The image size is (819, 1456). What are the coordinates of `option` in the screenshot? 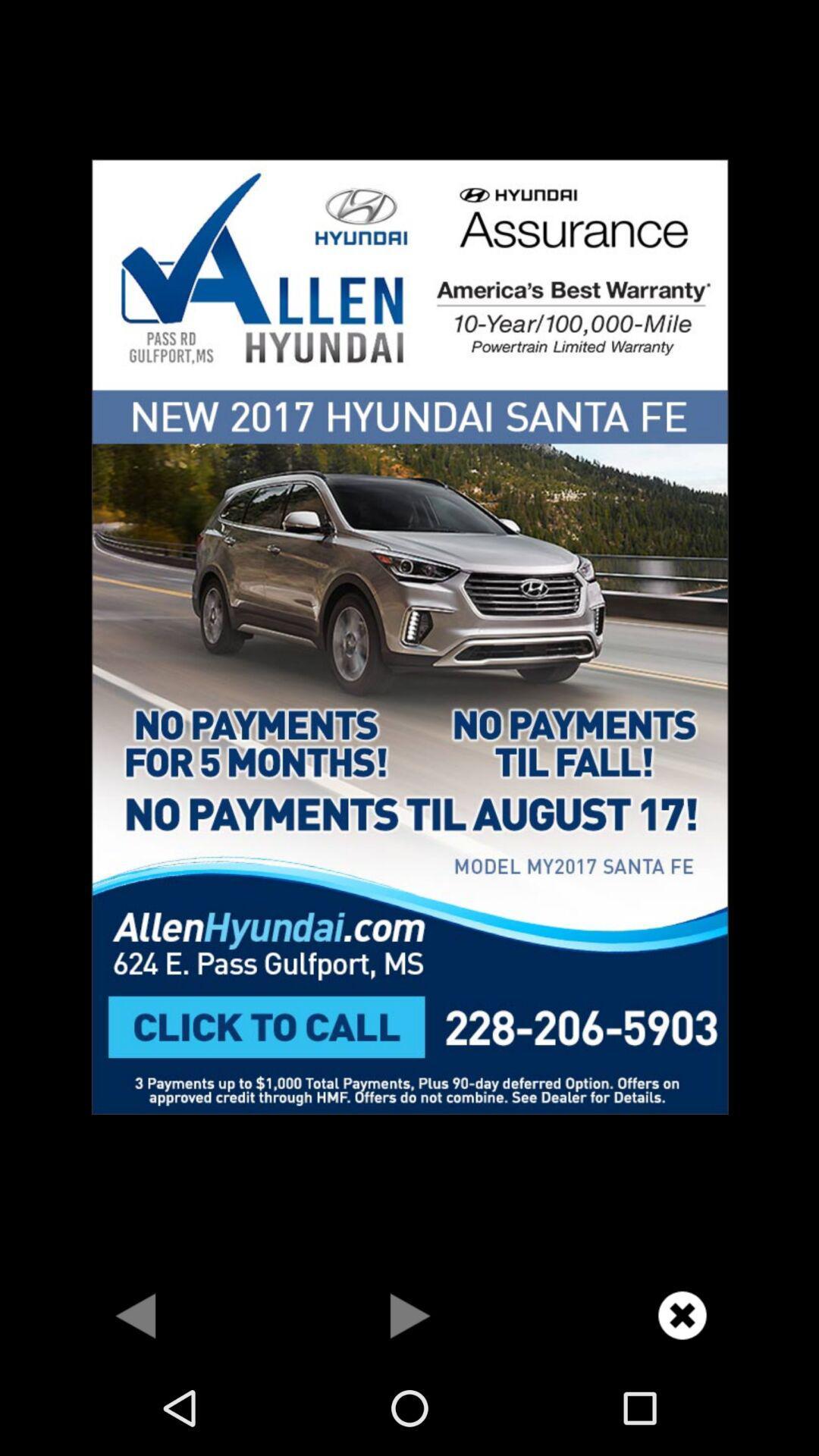 It's located at (409, 1314).